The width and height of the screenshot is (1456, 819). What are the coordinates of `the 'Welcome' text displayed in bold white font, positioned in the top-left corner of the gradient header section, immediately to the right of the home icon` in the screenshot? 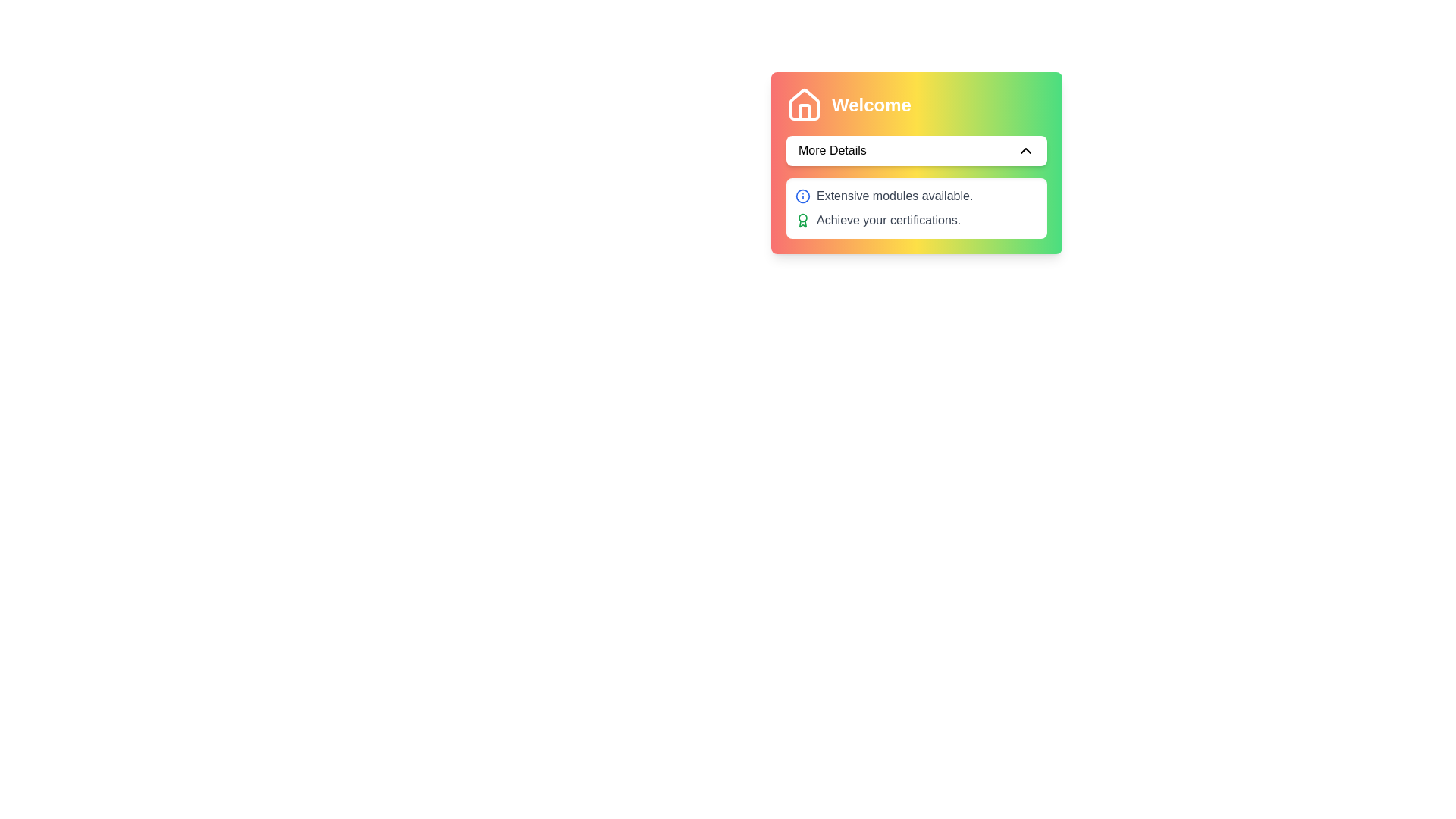 It's located at (871, 104).